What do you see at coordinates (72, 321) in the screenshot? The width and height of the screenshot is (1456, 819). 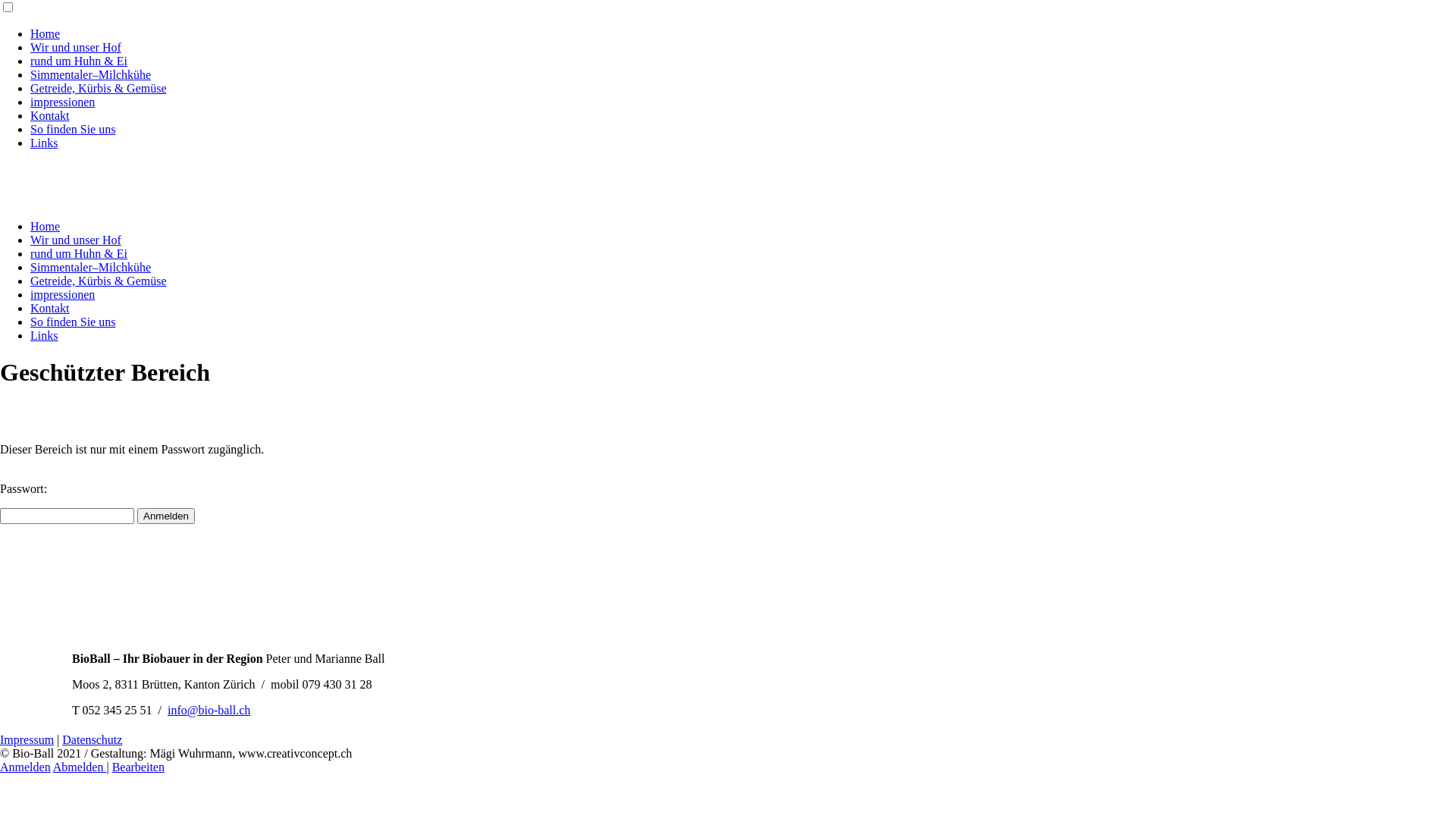 I see `'So finden Sie uns'` at bounding box center [72, 321].